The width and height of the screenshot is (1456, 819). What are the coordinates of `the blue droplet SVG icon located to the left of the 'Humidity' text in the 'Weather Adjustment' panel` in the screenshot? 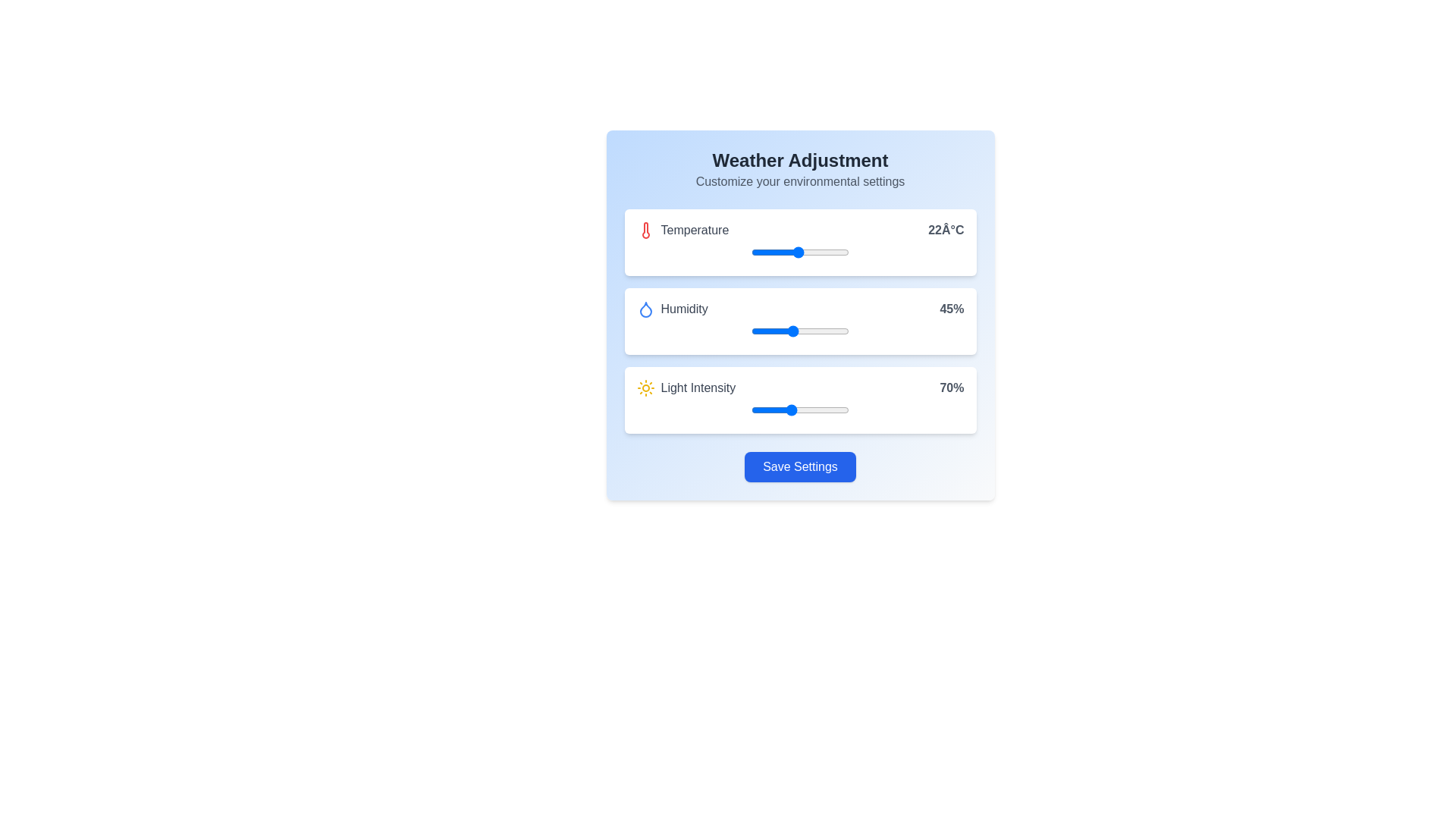 It's located at (645, 309).